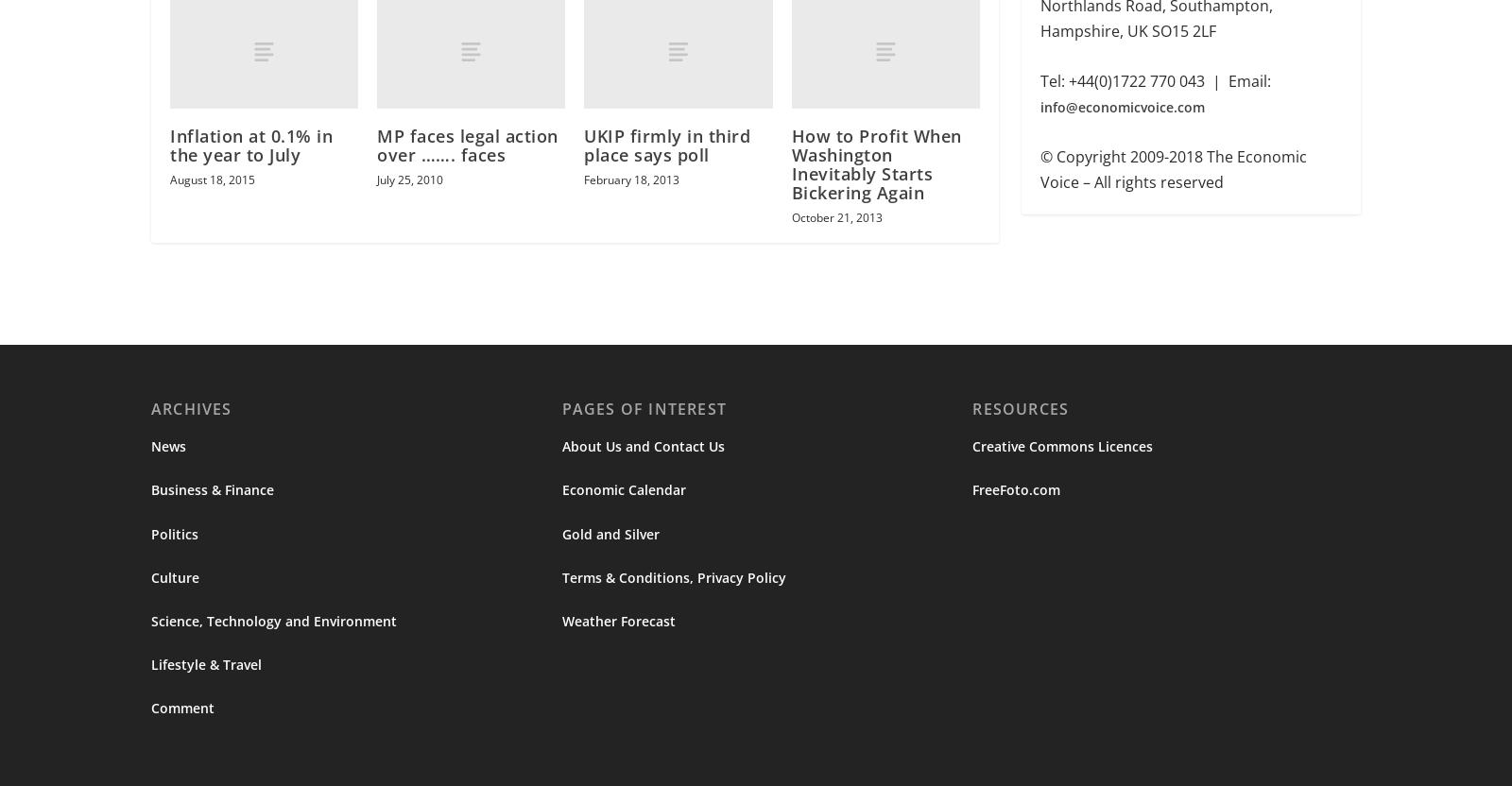  Describe the element at coordinates (251, 147) in the screenshot. I see `'Inflation at 0.1% in the year to July'` at that location.